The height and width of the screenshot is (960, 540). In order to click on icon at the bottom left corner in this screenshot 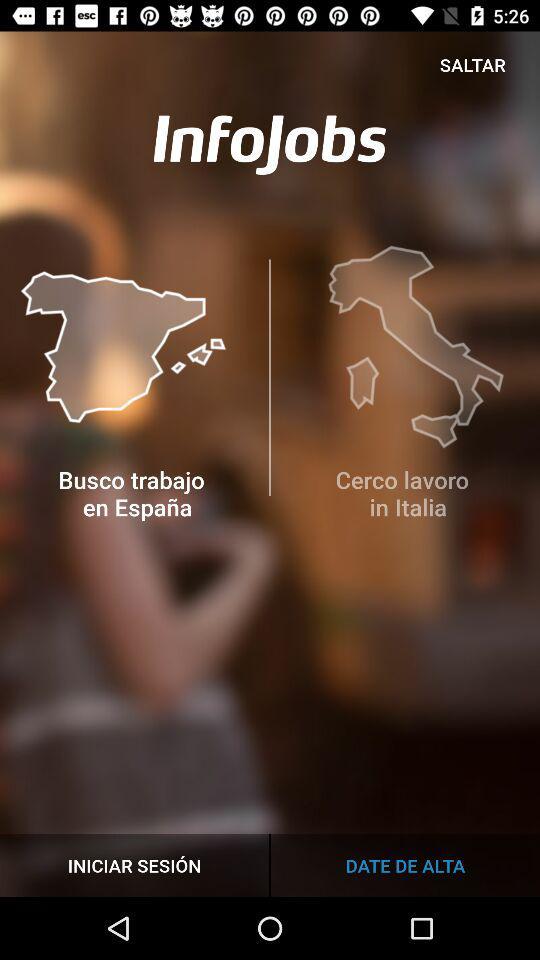, I will do `click(134, 864)`.